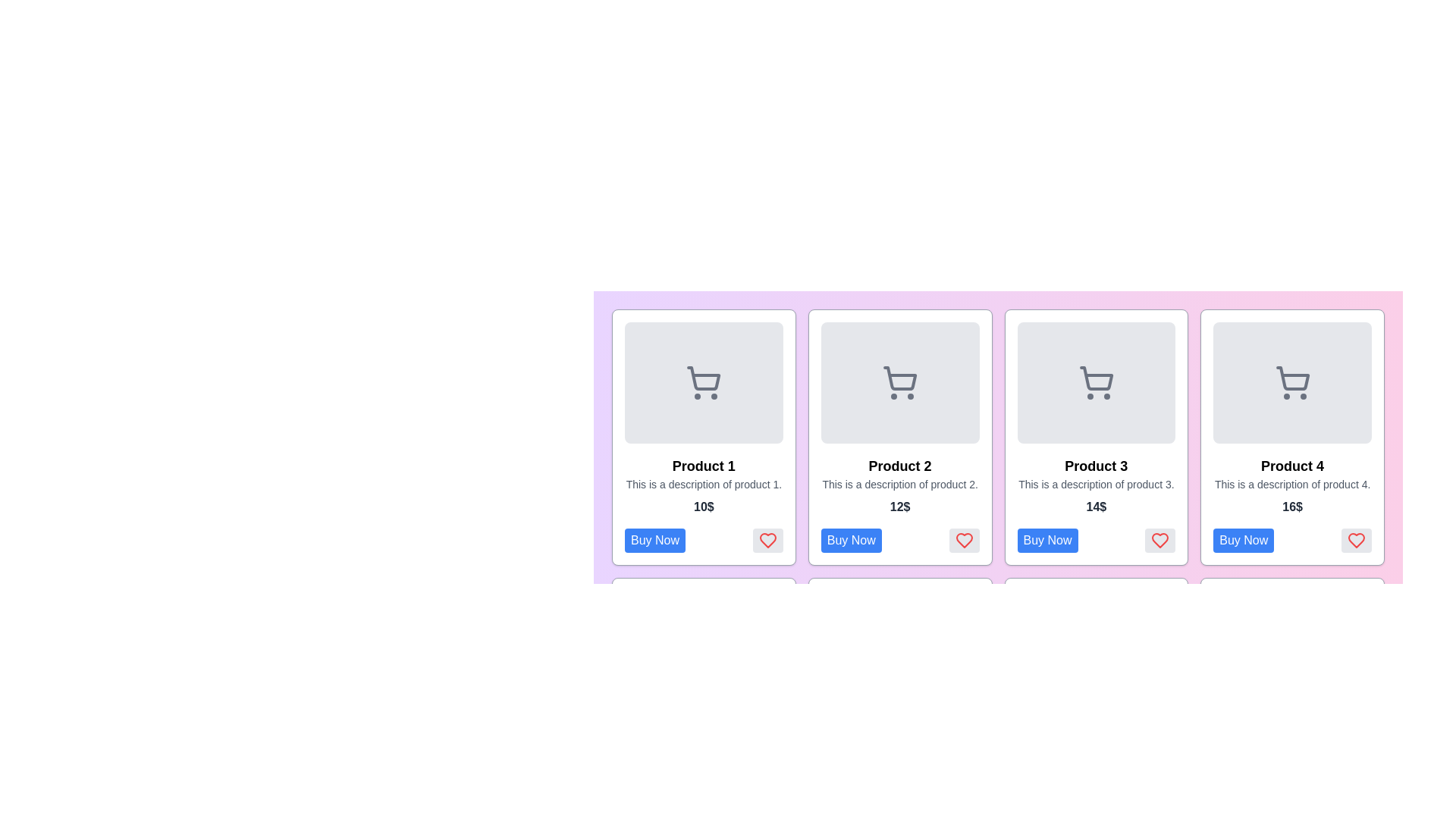 The width and height of the screenshot is (1456, 819). Describe the element at coordinates (1096, 382) in the screenshot. I see `the icon representing the addition of a product to the shopping cart, located at the center of the third product card above 'Product 3'` at that location.